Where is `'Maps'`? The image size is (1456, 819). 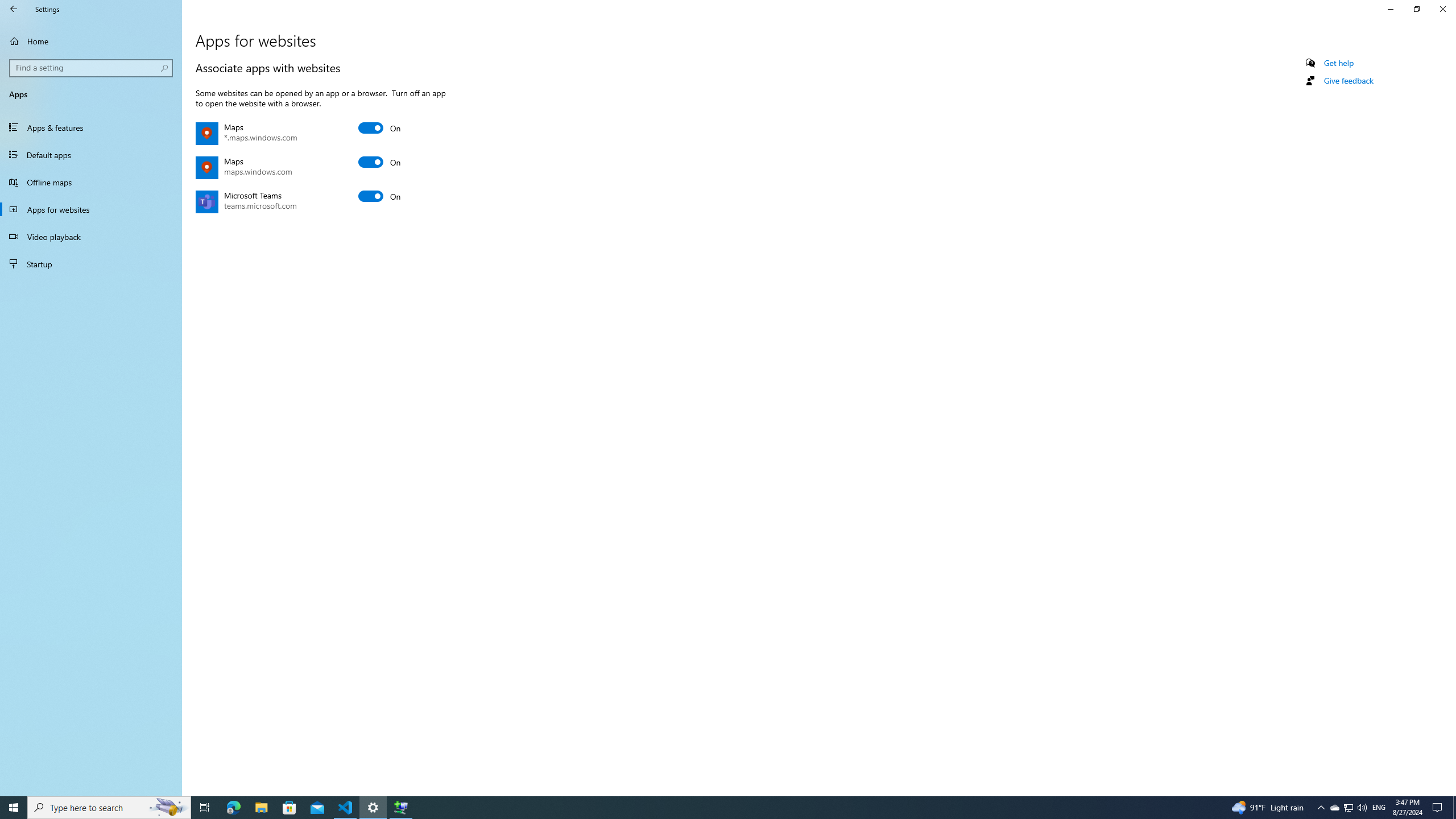 'Maps' is located at coordinates (380, 162).